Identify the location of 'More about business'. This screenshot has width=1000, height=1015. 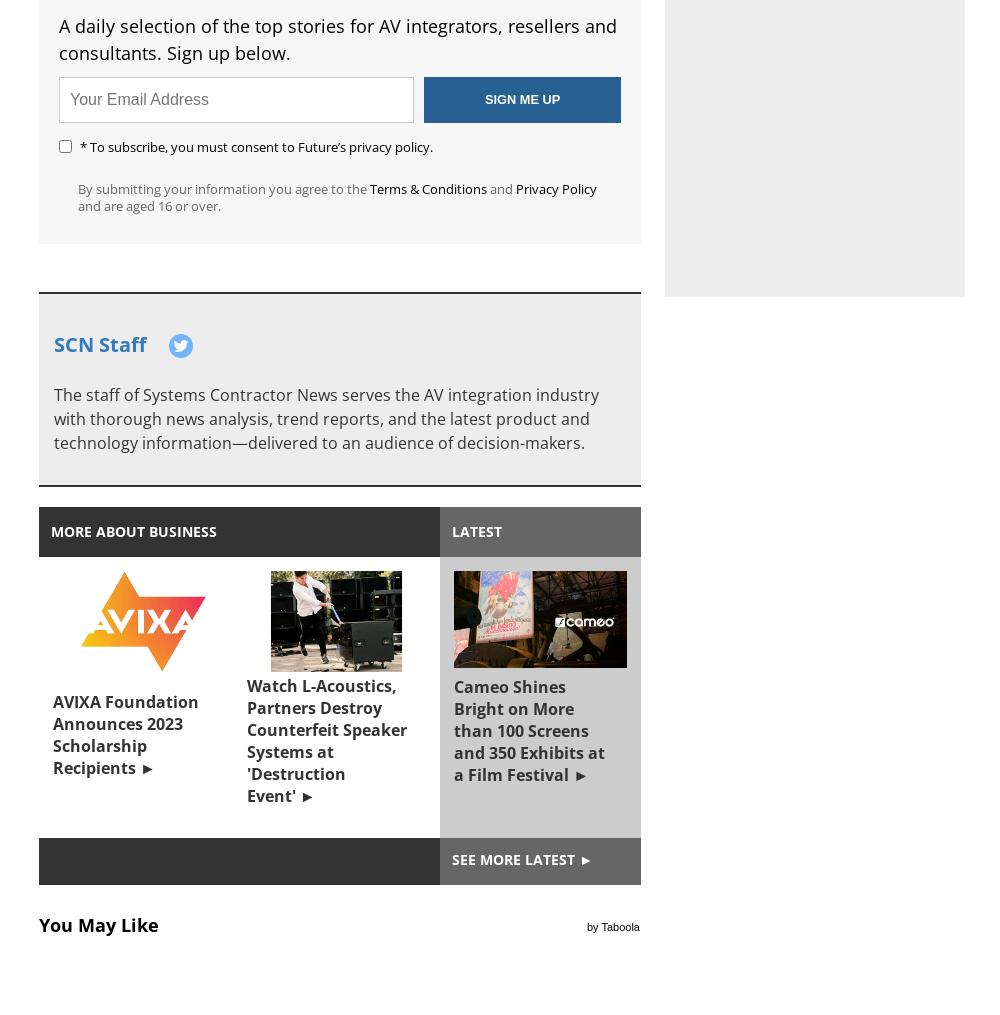
(134, 531).